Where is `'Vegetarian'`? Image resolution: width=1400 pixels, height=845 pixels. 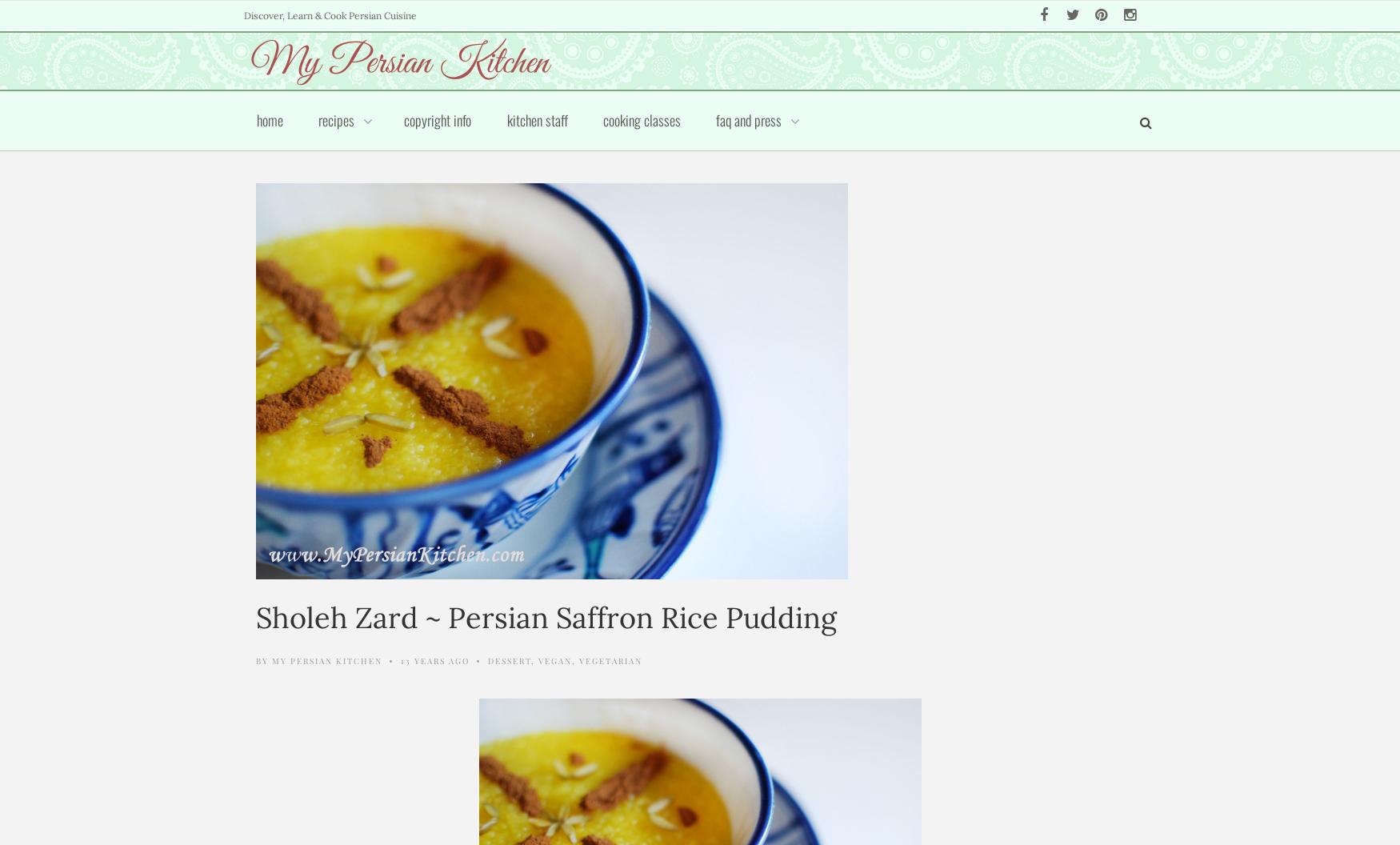
'Vegetarian' is located at coordinates (578, 661).